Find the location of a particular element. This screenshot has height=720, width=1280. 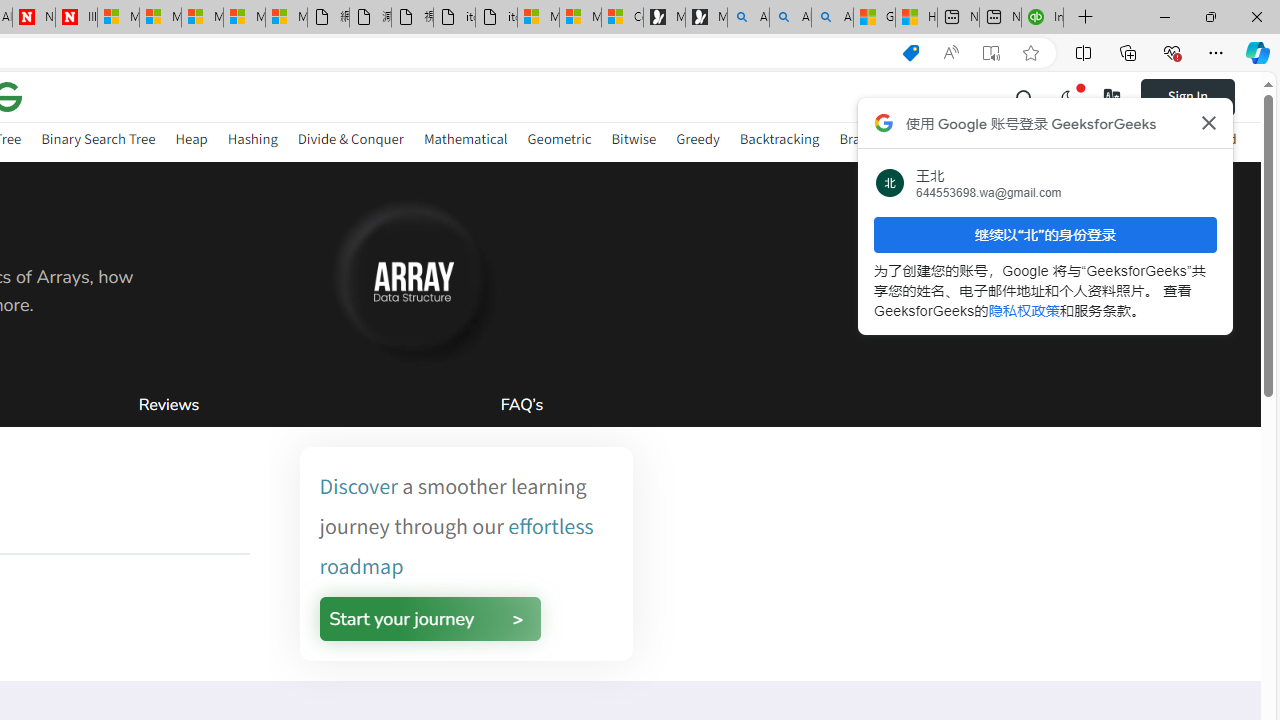

'Start your journey >' is located at coordinates (429, 617).